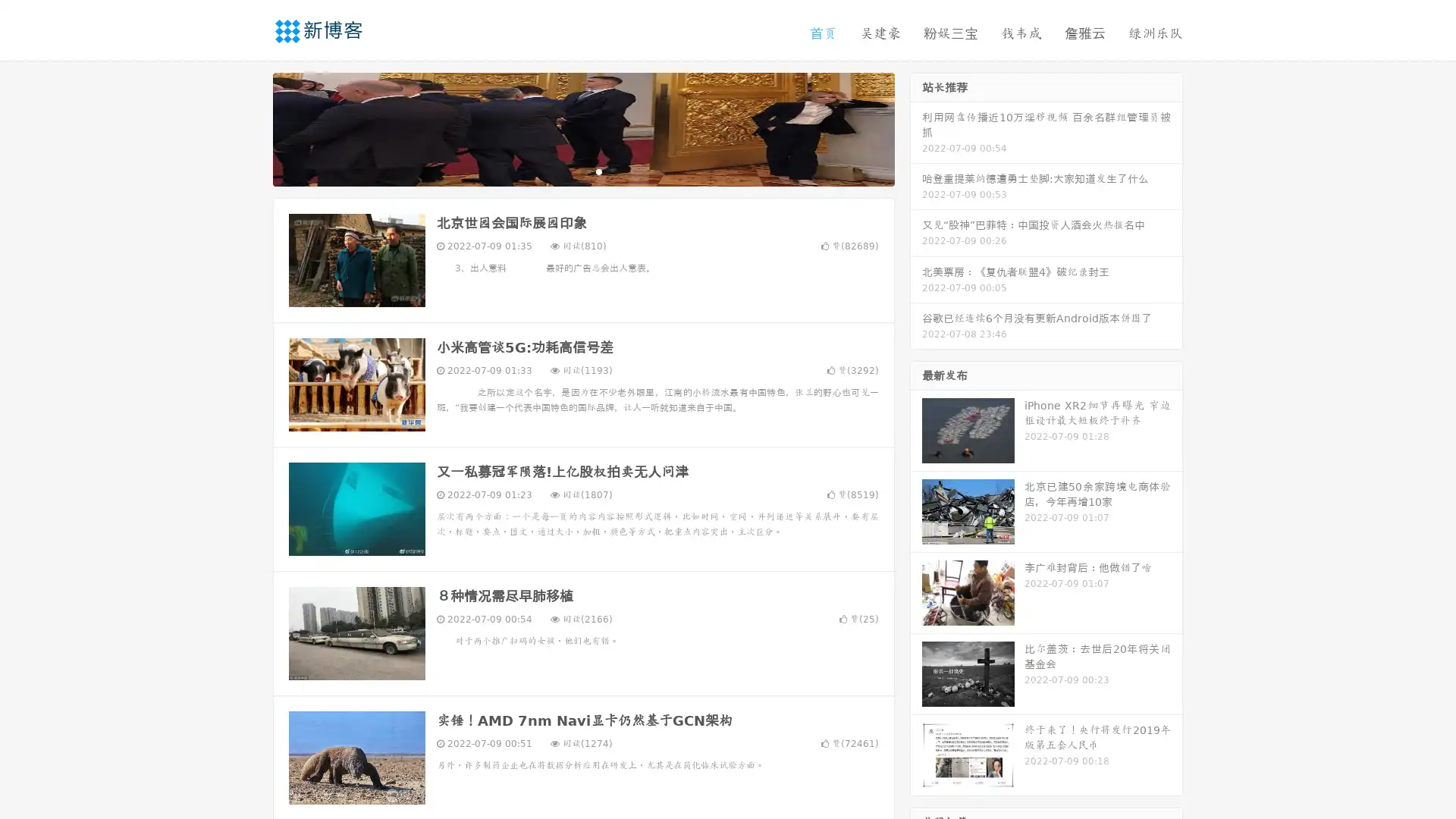  What do you see at coordinates (567, 171) in the screenshot?
I see `Go to slide 1` at bounding box center [567, 171].